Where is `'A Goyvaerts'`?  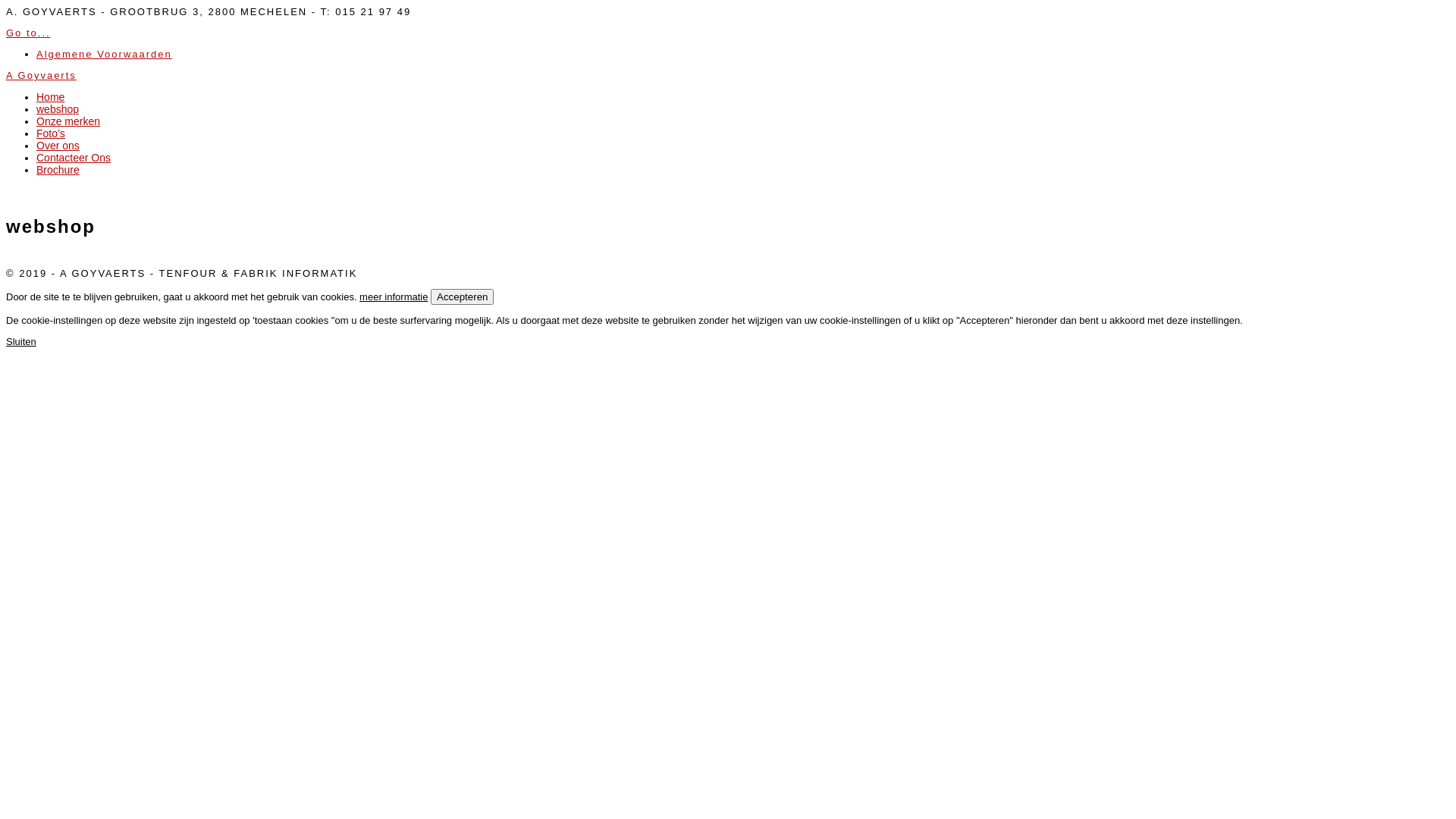
'A Goyvaerts' is located at coordinates (41, 75).